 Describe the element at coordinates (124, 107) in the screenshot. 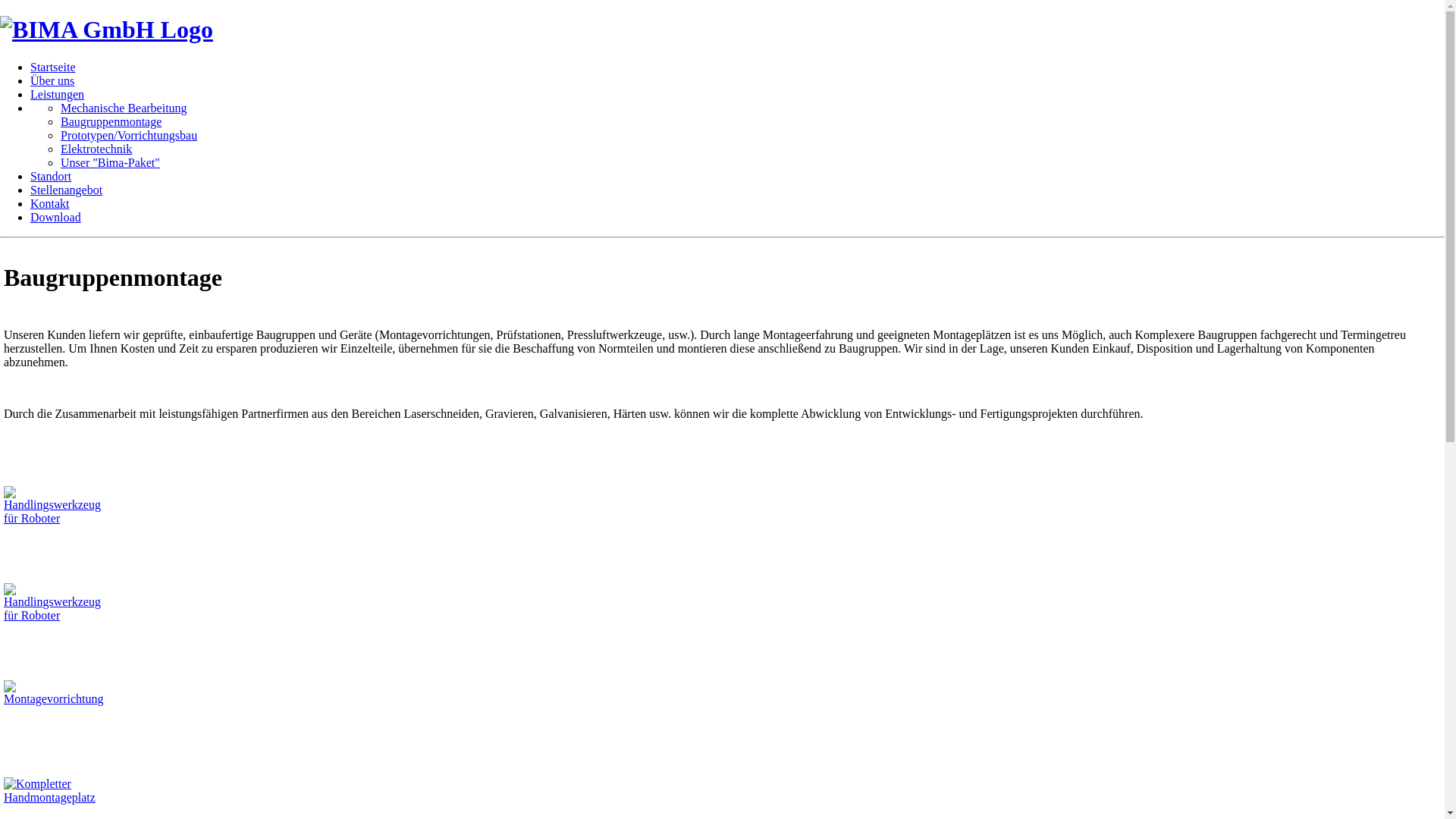

I see `'Mechanische Bearbeitung'` at that location.